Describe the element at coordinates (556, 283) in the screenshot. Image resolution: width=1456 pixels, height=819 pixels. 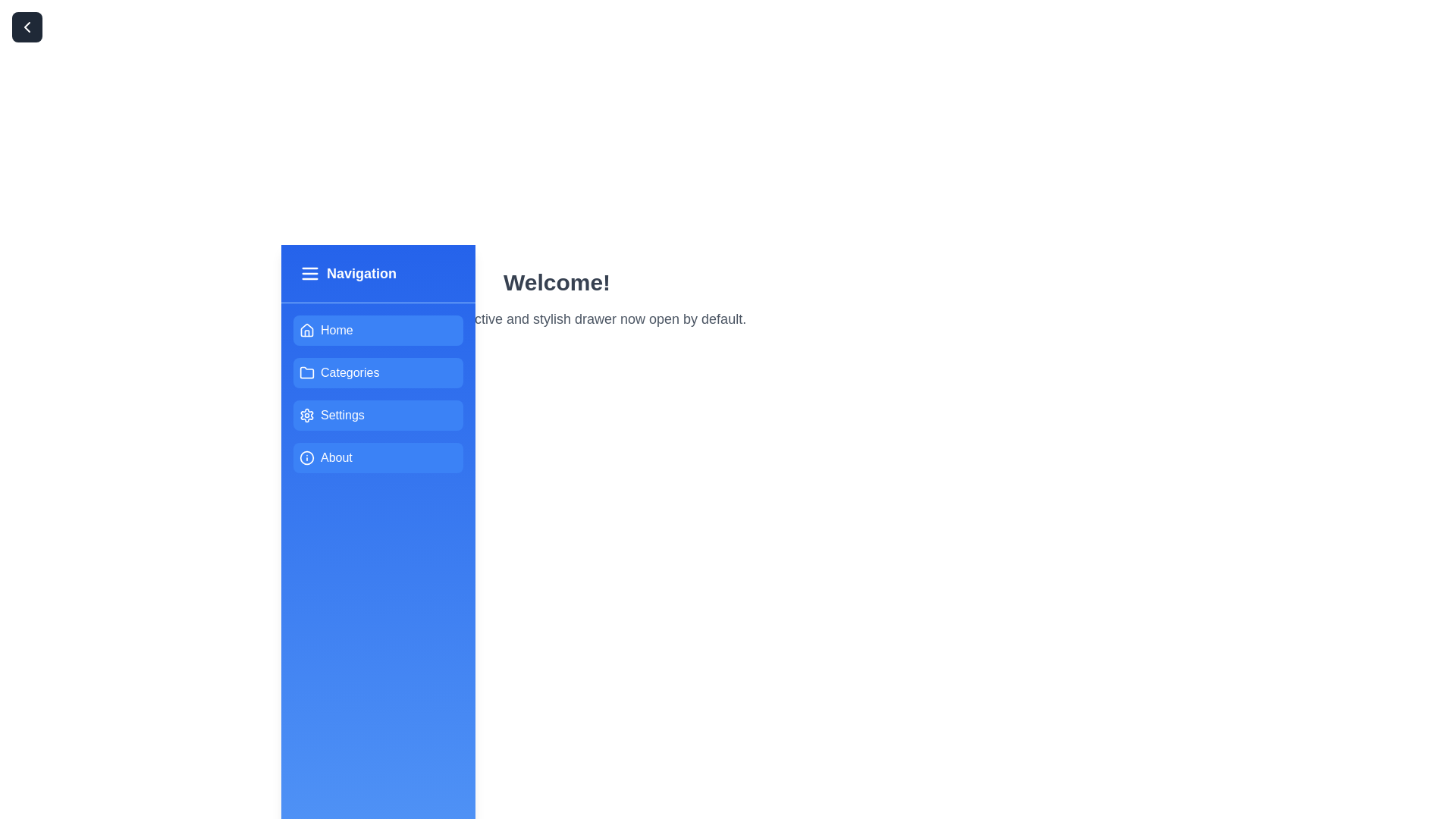
I see `the large, bold text display reading 'Welcome!' located in the top-right section of the UI, which is centrally aligned and positioned next to a blue navigation sidebar` at that location.